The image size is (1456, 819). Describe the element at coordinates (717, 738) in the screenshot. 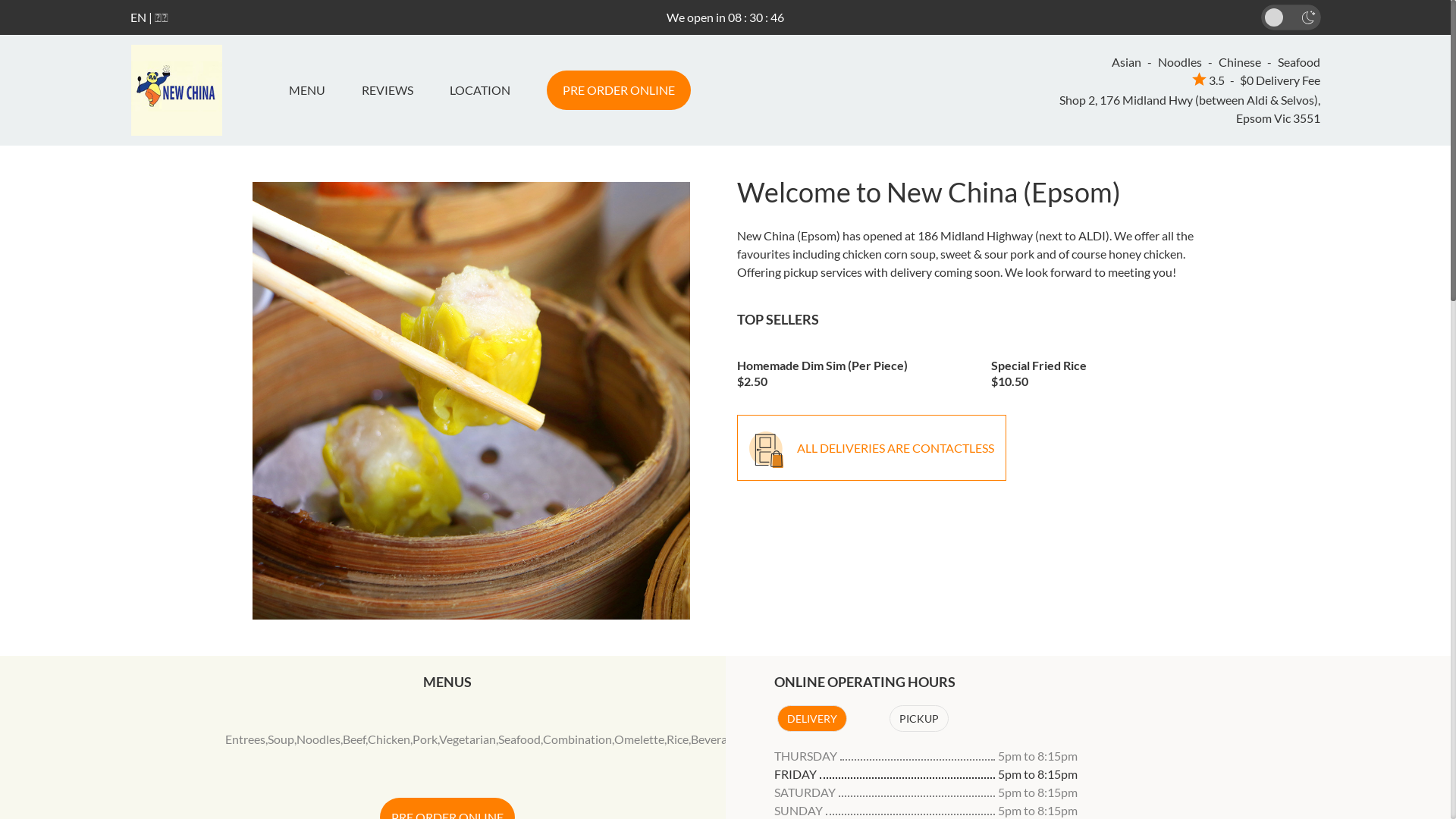

I see `'Beverages'` at that location.